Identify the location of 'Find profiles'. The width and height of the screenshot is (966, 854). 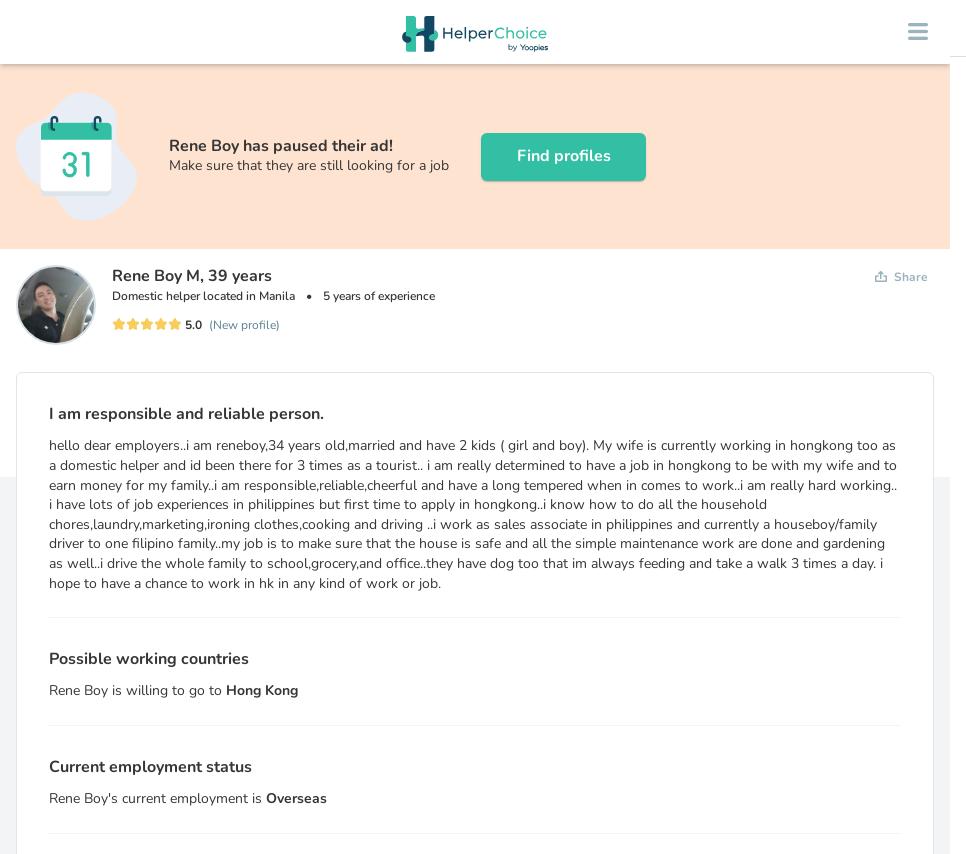
(515, 156).